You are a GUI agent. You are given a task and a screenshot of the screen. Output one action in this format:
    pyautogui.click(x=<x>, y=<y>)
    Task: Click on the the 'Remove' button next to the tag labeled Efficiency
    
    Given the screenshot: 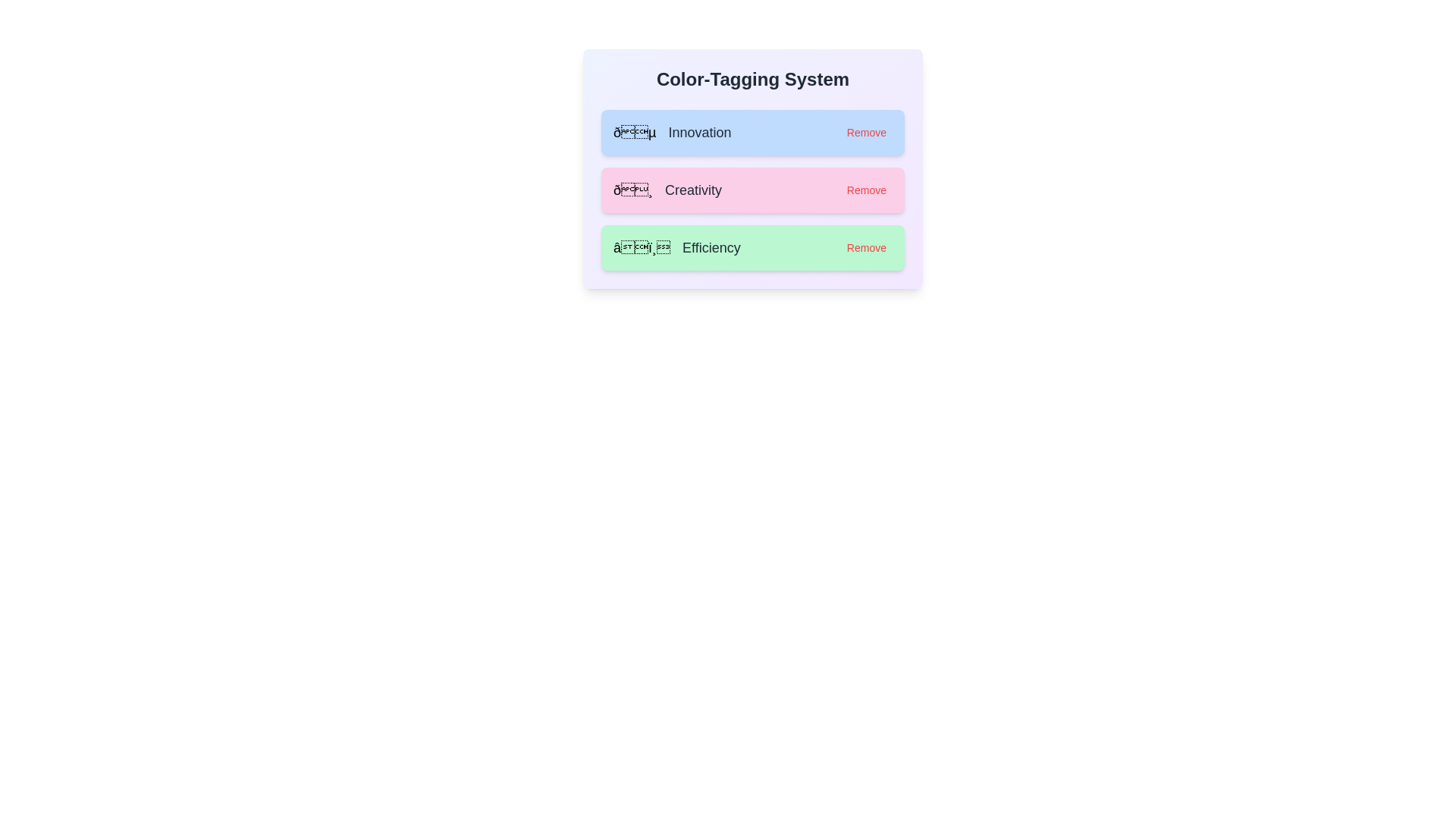 What is the action you would take?
    pyautogui.click(x=866, y=247)
    